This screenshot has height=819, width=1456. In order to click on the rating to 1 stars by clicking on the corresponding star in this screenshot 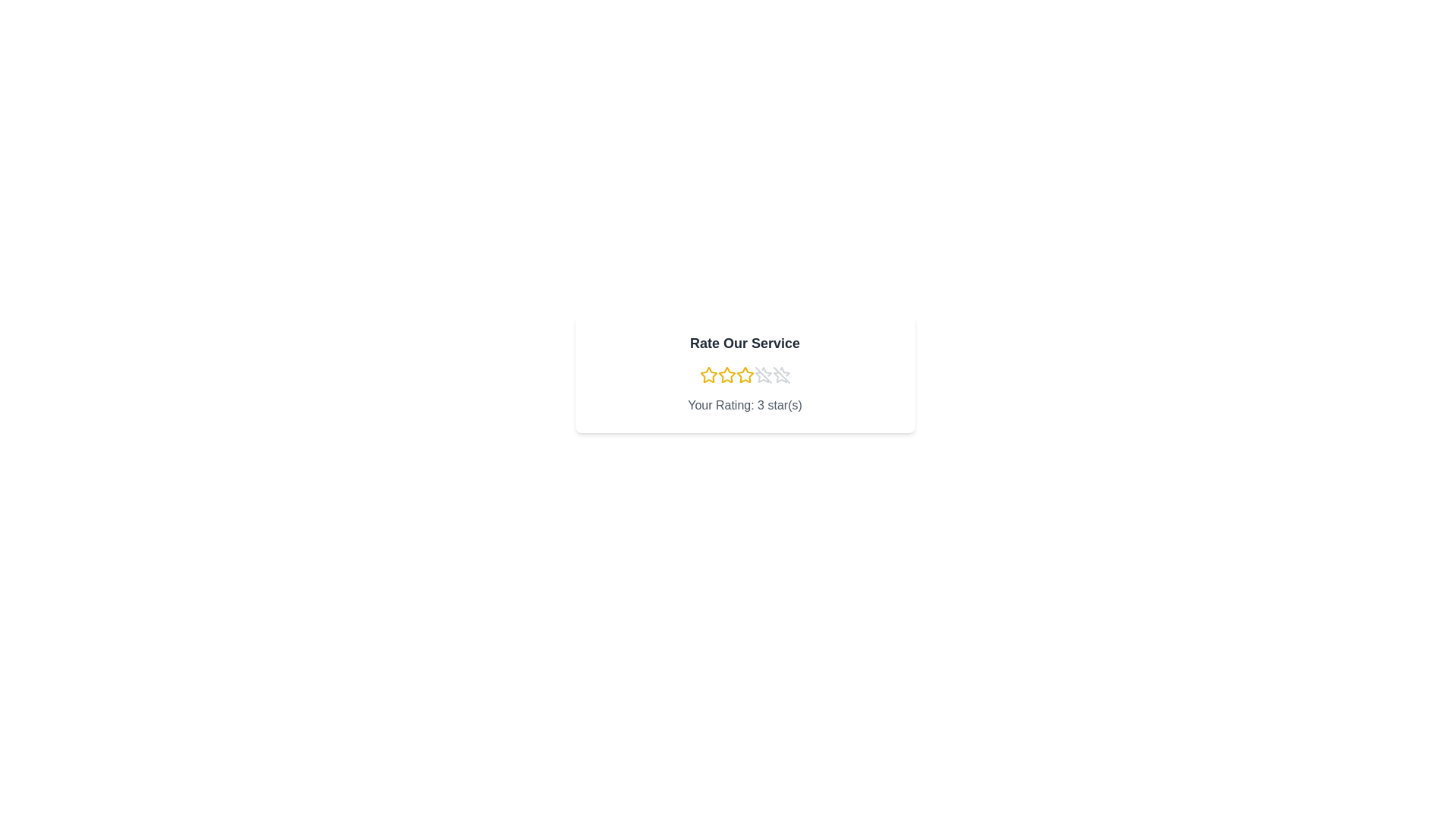, I will do `click(708, 375)`.